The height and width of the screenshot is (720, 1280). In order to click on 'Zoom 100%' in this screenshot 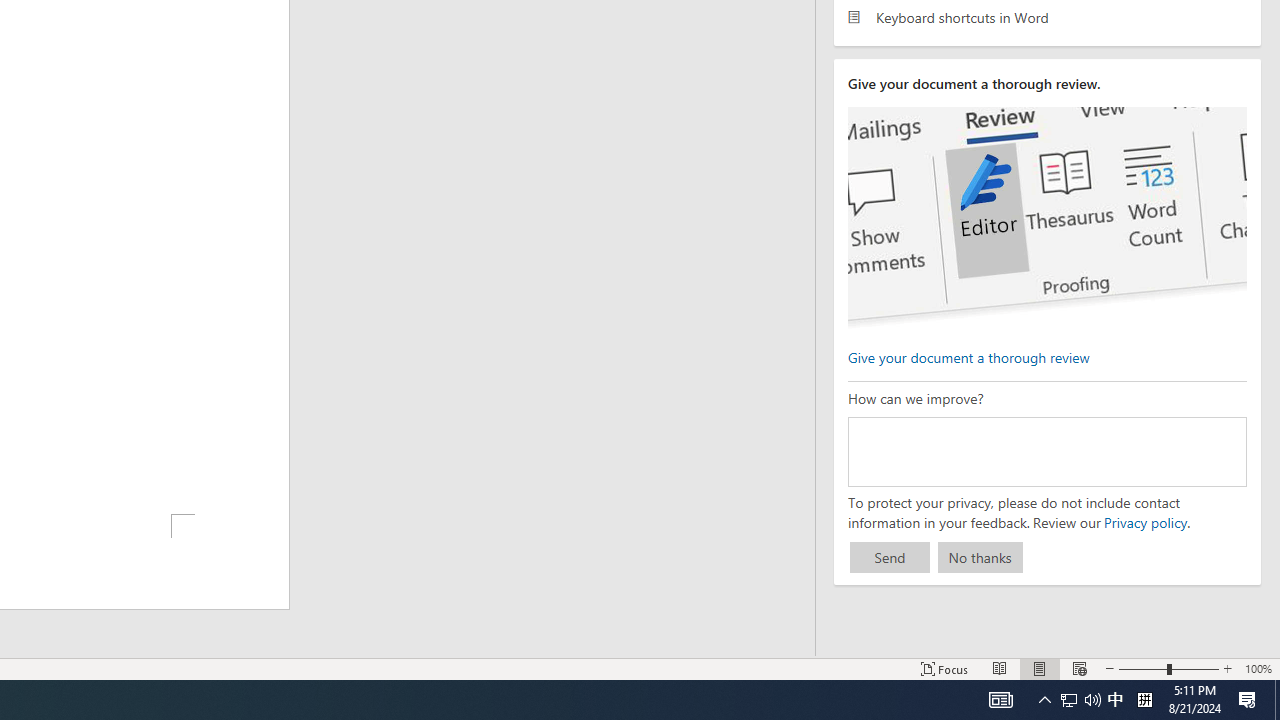, I will do `click(1257, 669)`.